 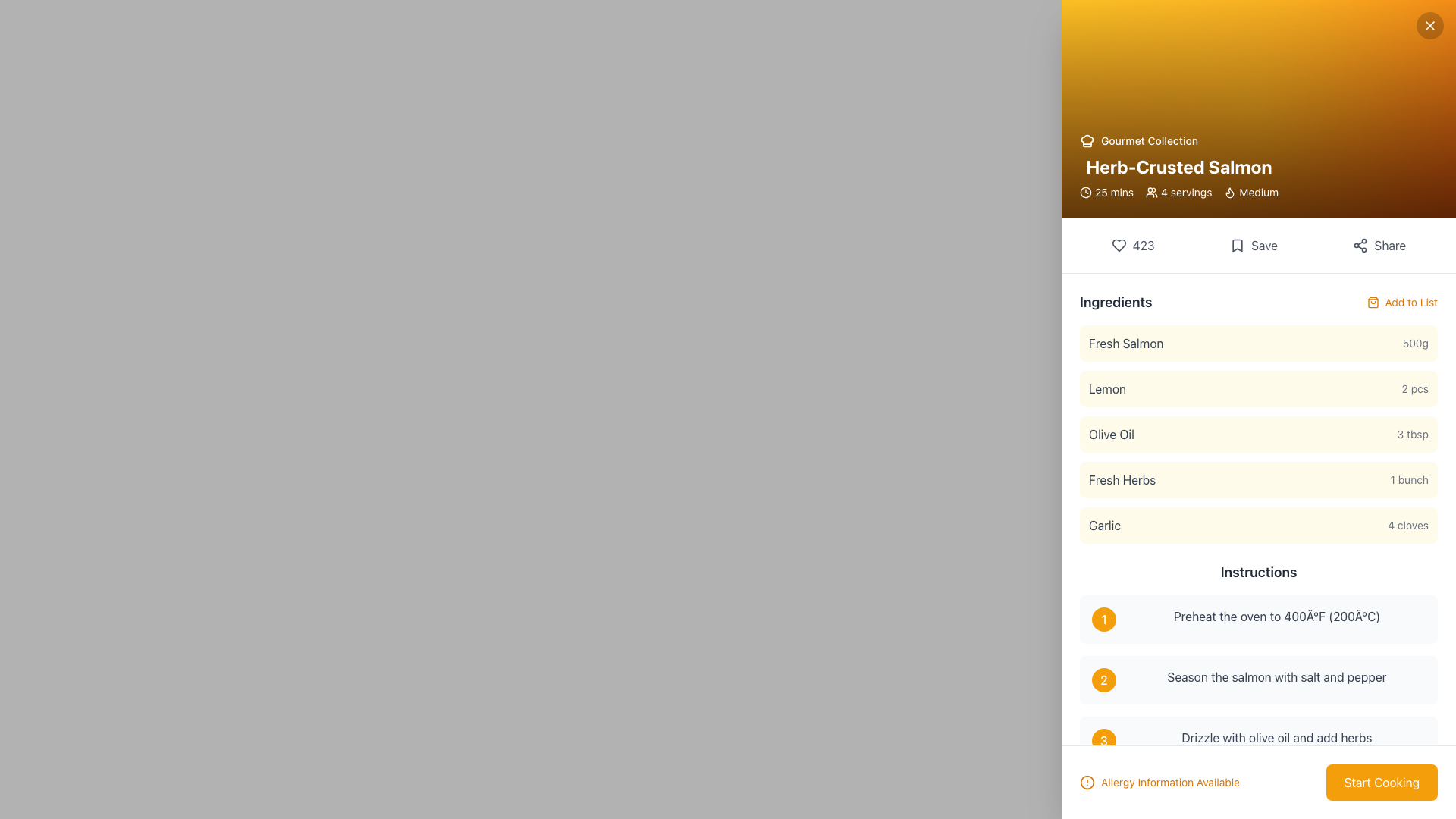 What do you see at coordinates (1276, 739) in the screenshot?
I see `the Text Label that reads 'Drizzle with olive oil and add herbs,' styled in gray font, positioned below the instruction 'Season the salmon with salt and pepper.'` at bounding box center [1276, 739].